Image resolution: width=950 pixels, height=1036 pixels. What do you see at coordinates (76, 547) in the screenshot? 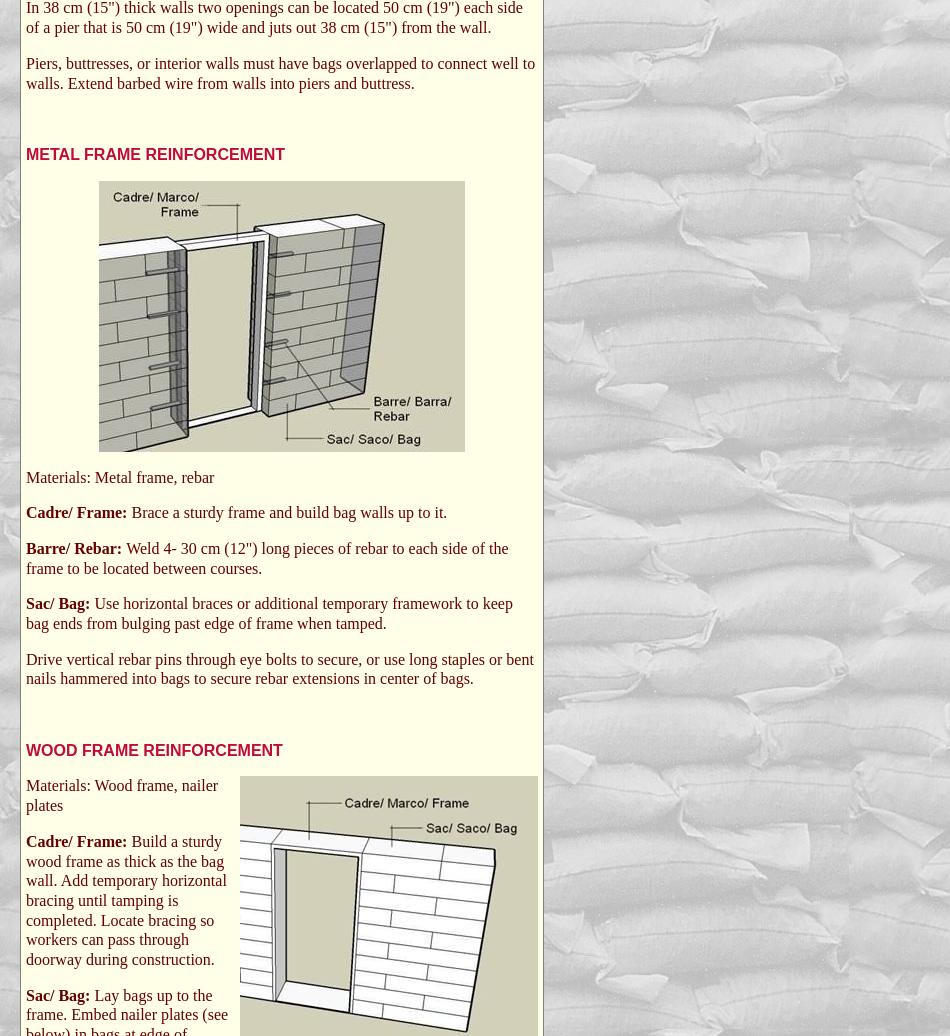
I see `'Barre/ Rebar:'` at bounding box center [76, 547].